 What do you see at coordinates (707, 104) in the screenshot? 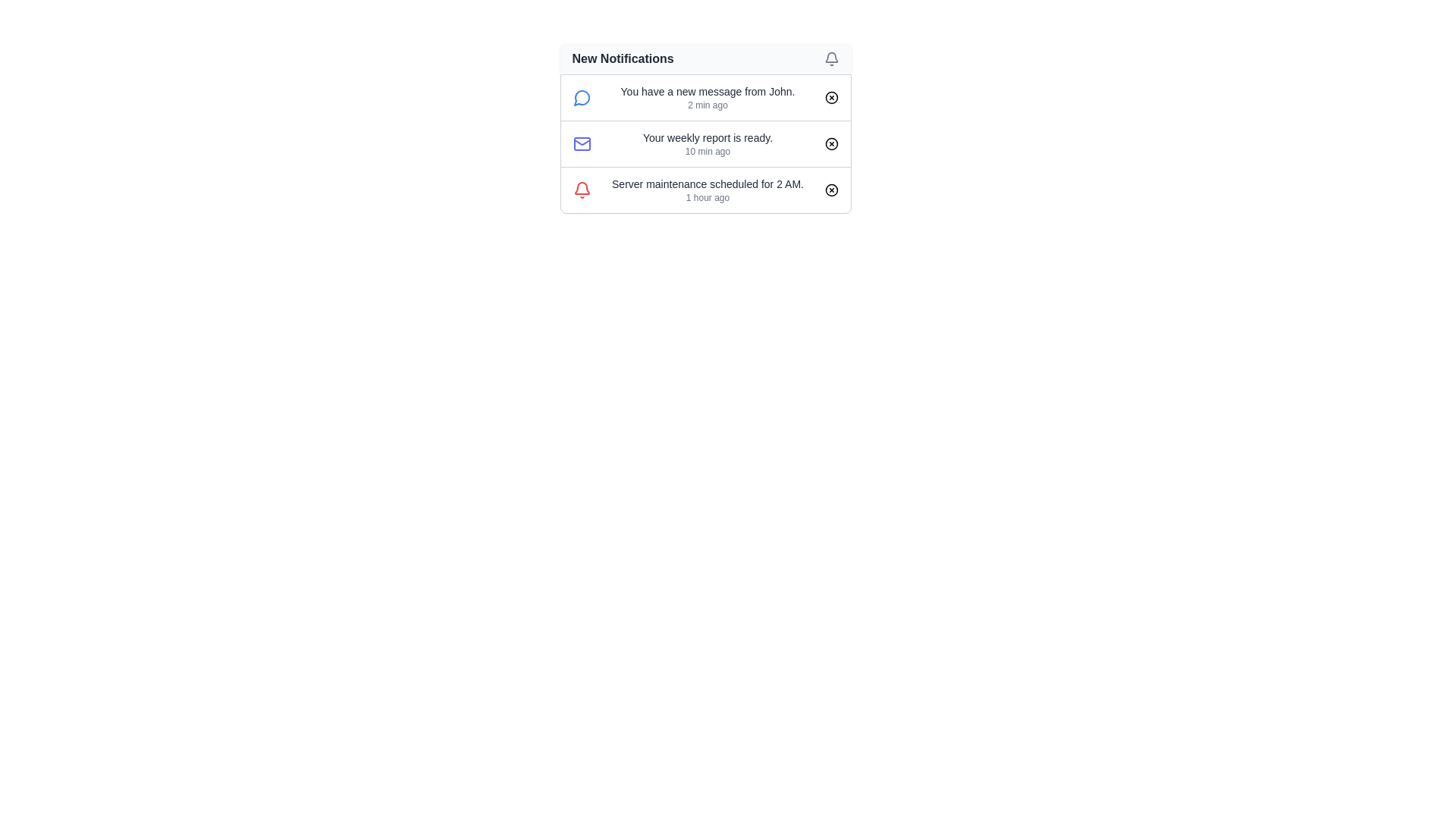
I see `the time elapsed Text label that indicates the time since the notification was received, located below the message from John in the notification list` at bounding box center [707, 104].